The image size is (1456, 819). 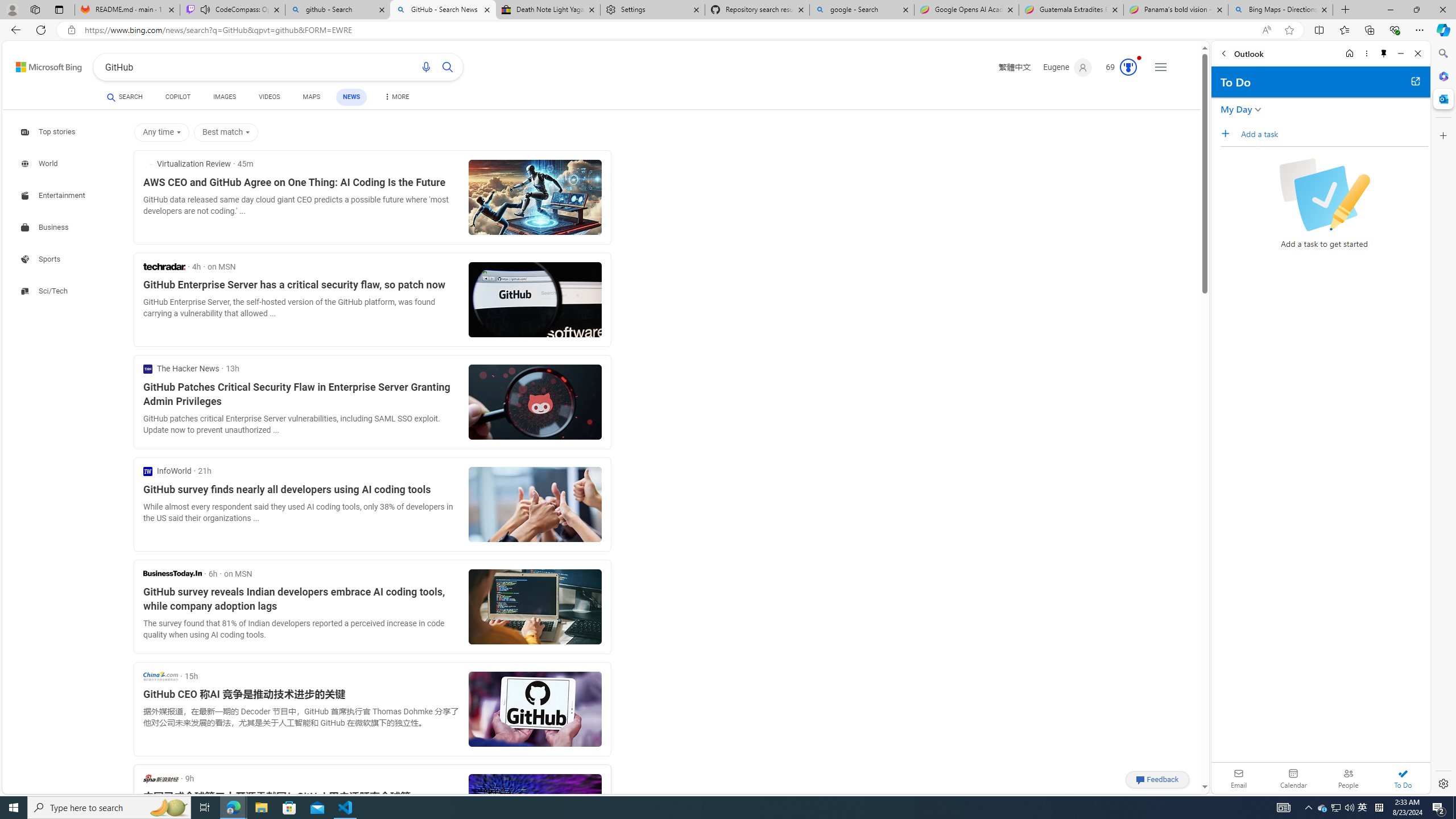 I want to click on 'To Do', so click(x=1403, y=777).